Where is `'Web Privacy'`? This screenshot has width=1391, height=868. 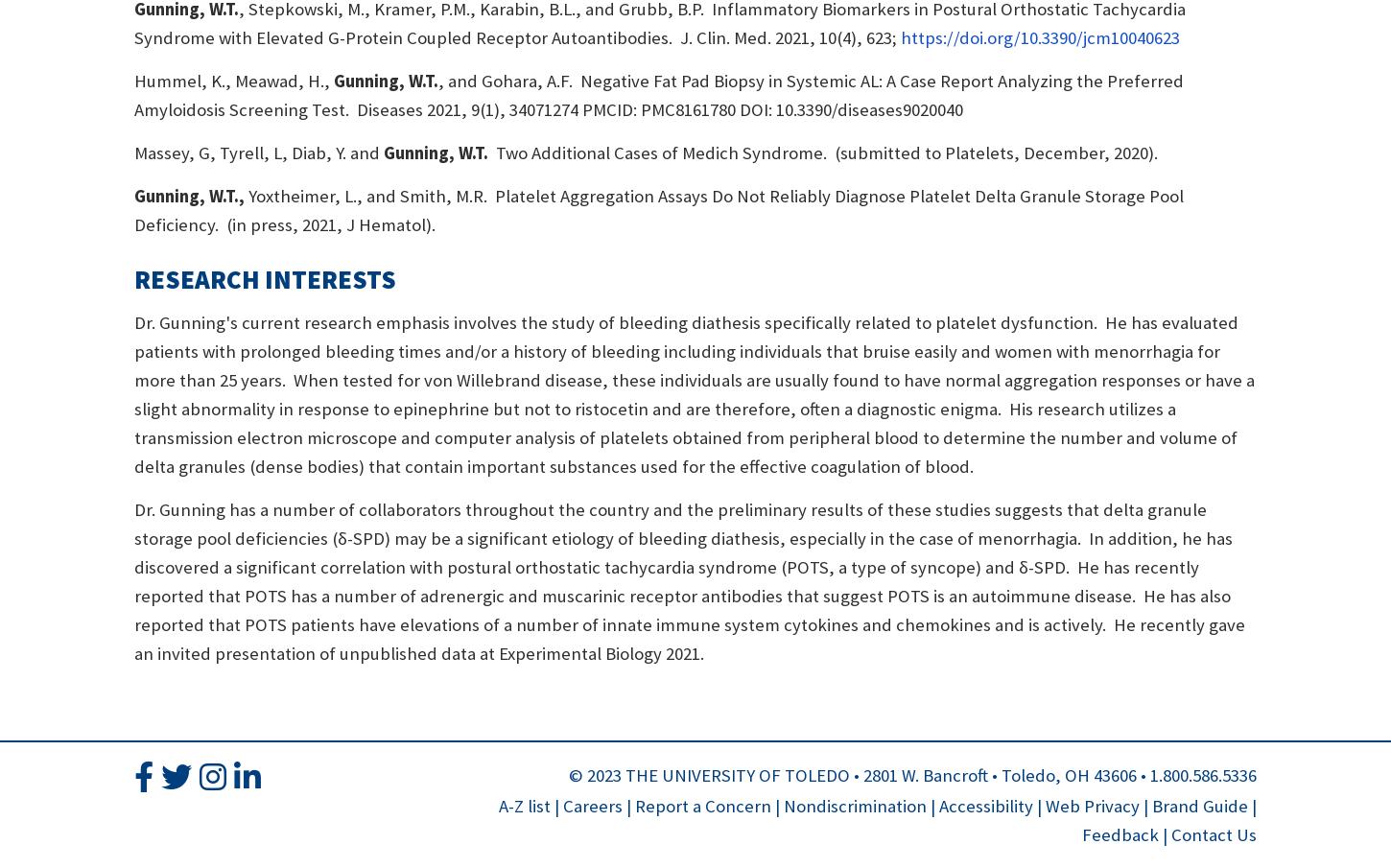 'Web Privacy' is located at coordinates (1090, 805).